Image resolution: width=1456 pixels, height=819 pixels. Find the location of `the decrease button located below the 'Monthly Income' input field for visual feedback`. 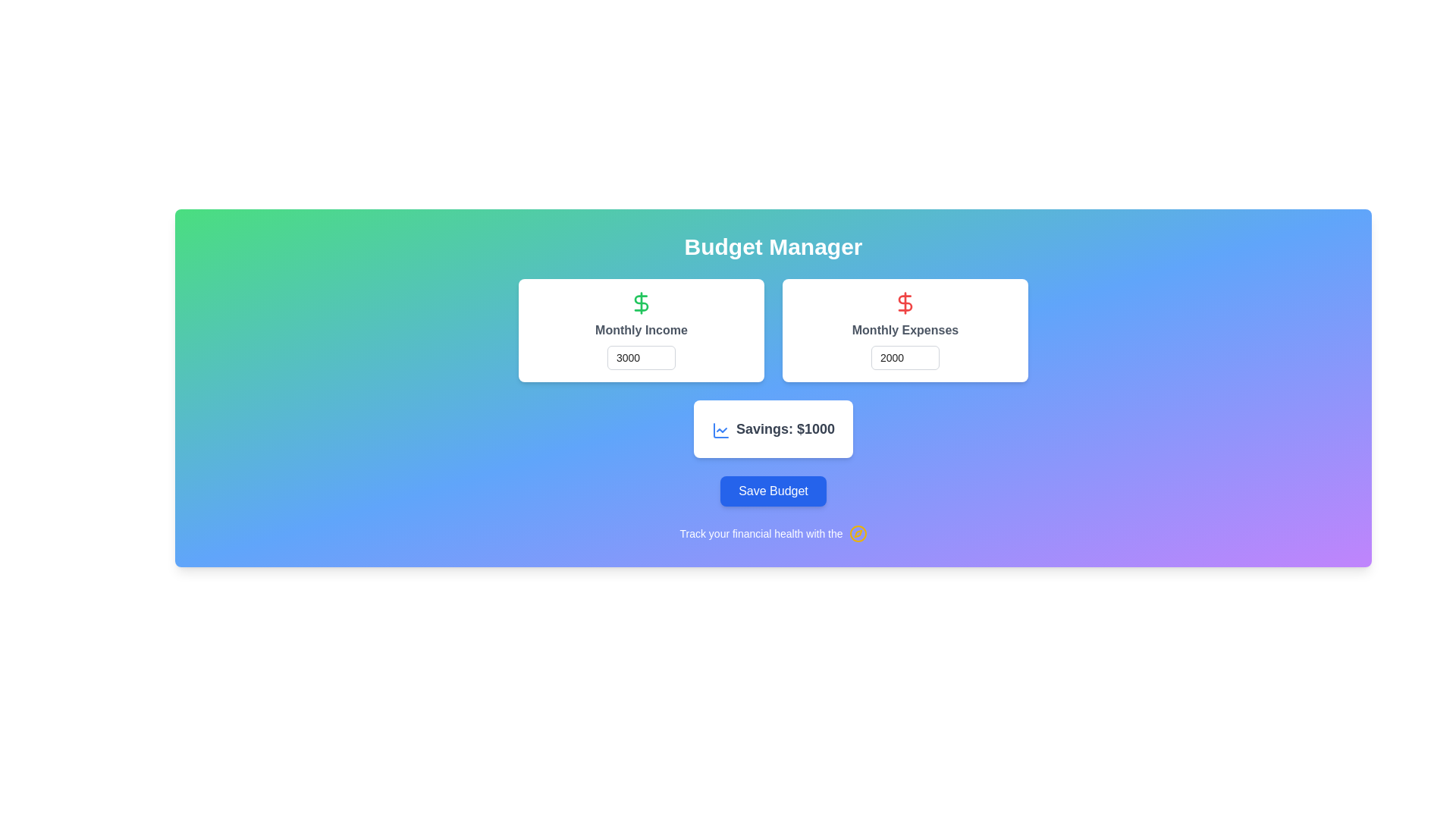

the decrease button located below the 'Monthly Income' input field for visual feedback is located at coordinates (674, 363).